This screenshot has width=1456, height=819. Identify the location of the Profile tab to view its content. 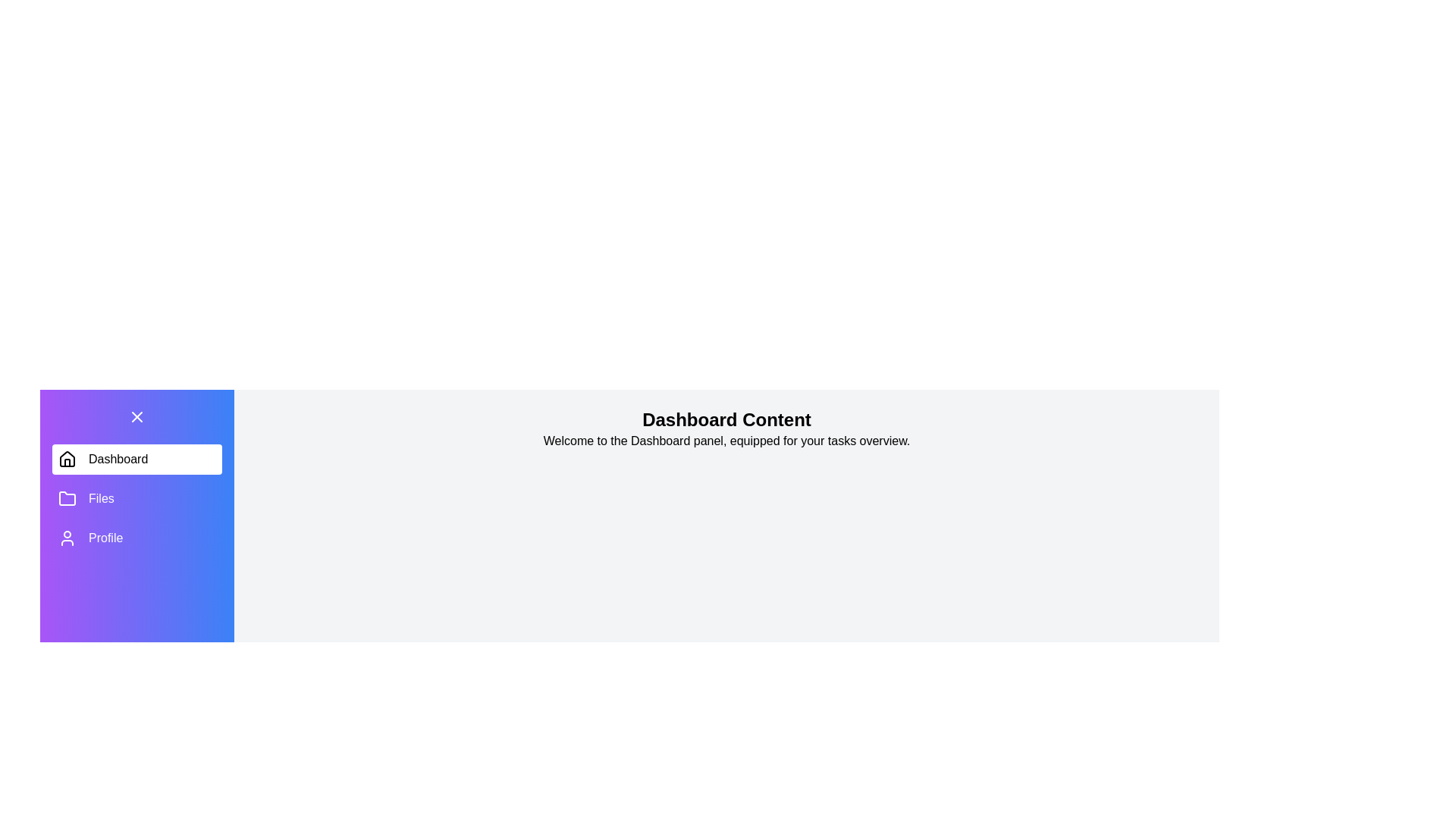
(137, 537).